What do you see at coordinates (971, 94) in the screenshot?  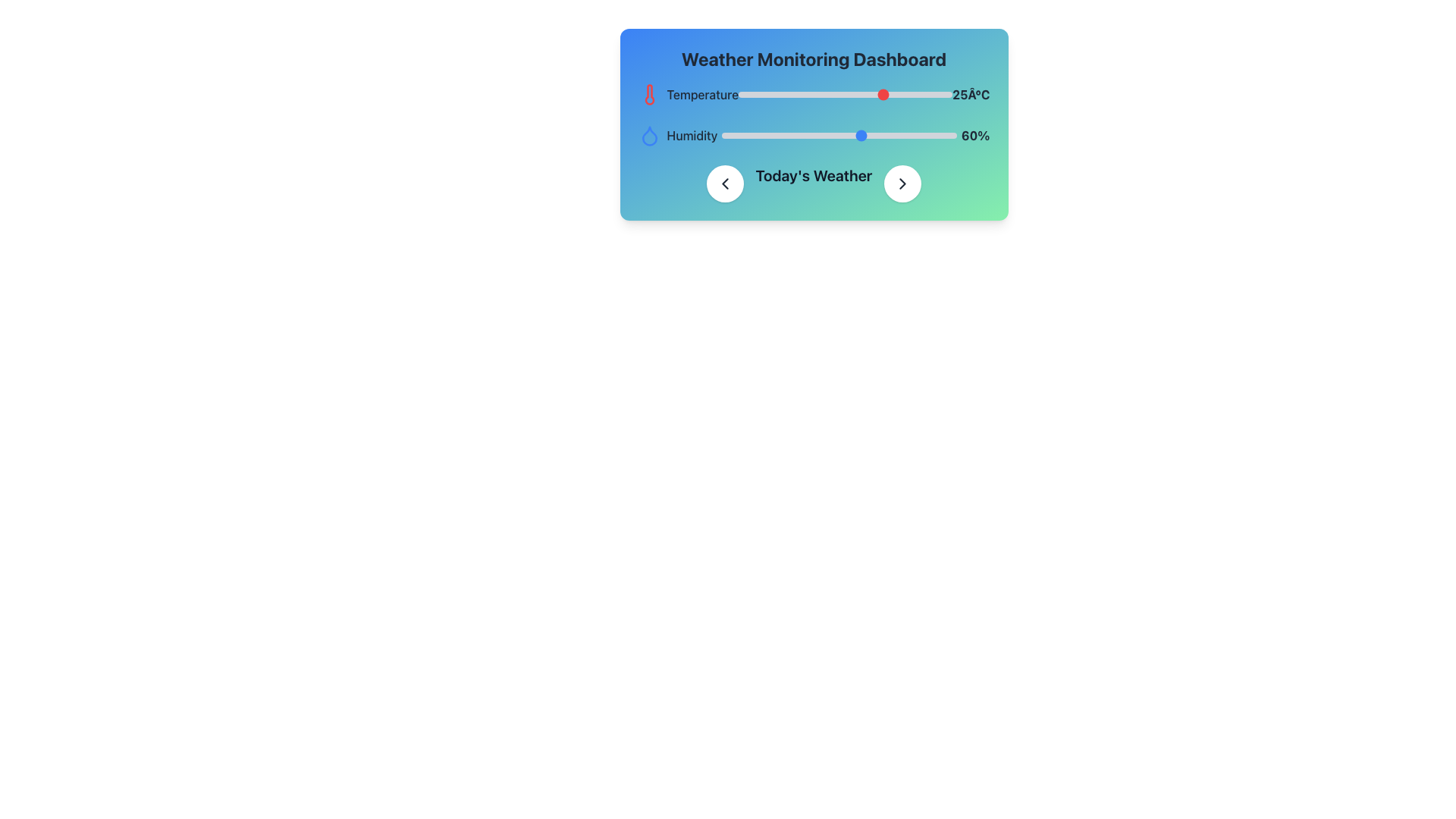 I see `the Text Label displaying '25°C' in bold dark gray font, which is positioned on the far right side of the temperature slider` at bounding box center [971, 94].